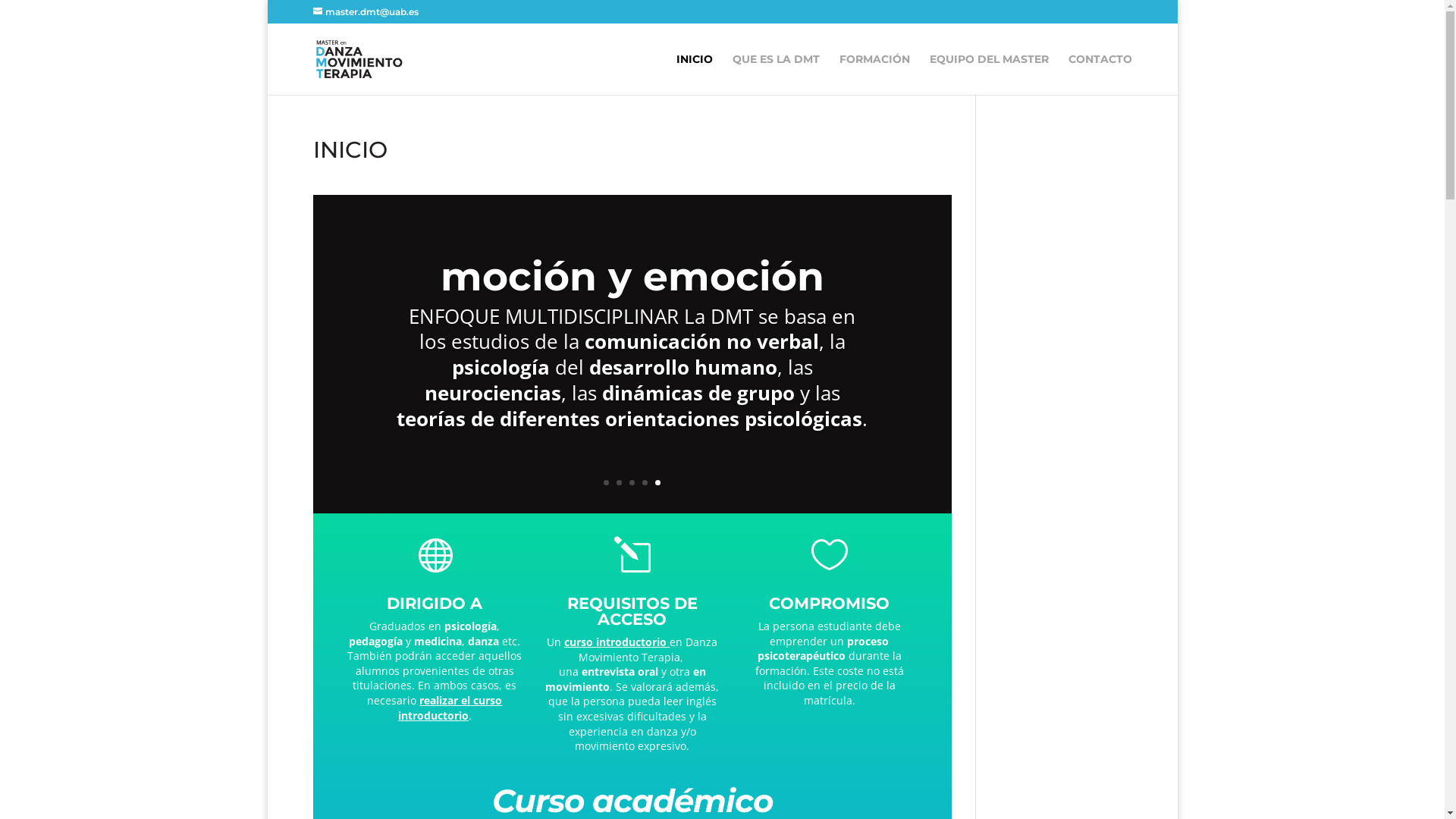 The height and width of the screenshot is (819, 1456). Describe the element at coordinates (619, 482) in the screenshot. I see `'2'` at that location.